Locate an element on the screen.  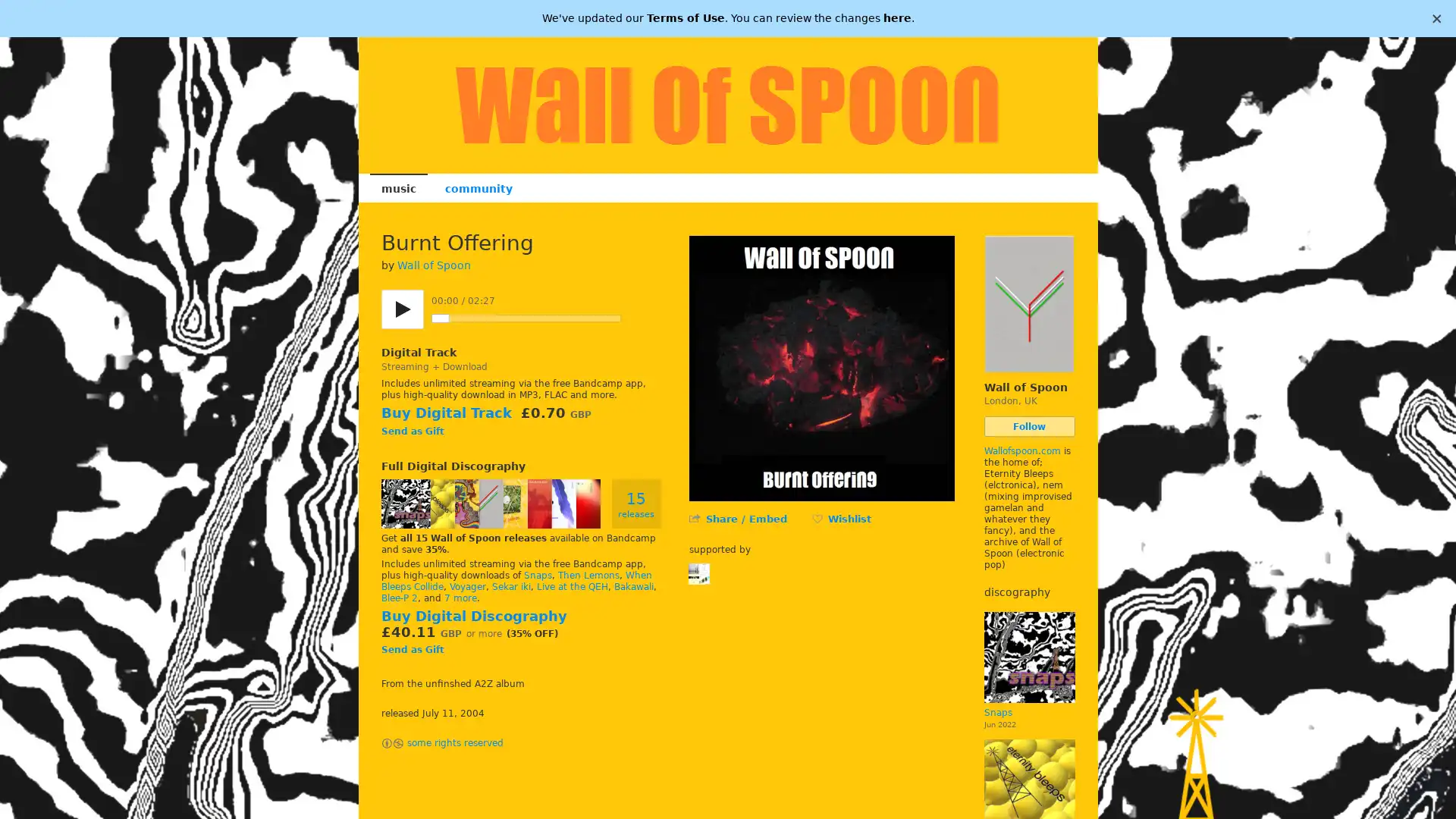
Buy Digital Track is located at coordinates (445, 413).